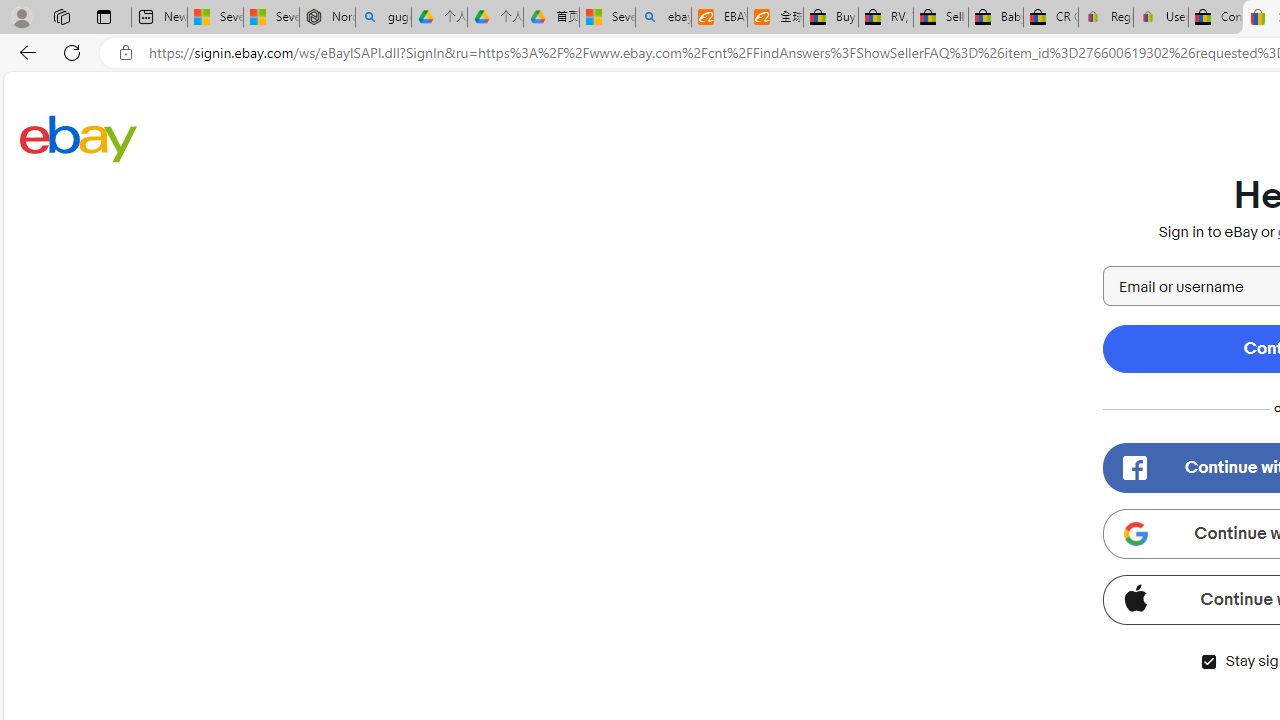 This screenshot has width=1280, height=720. I want to click on 'guge yunpan - Search', so click(383, 17).